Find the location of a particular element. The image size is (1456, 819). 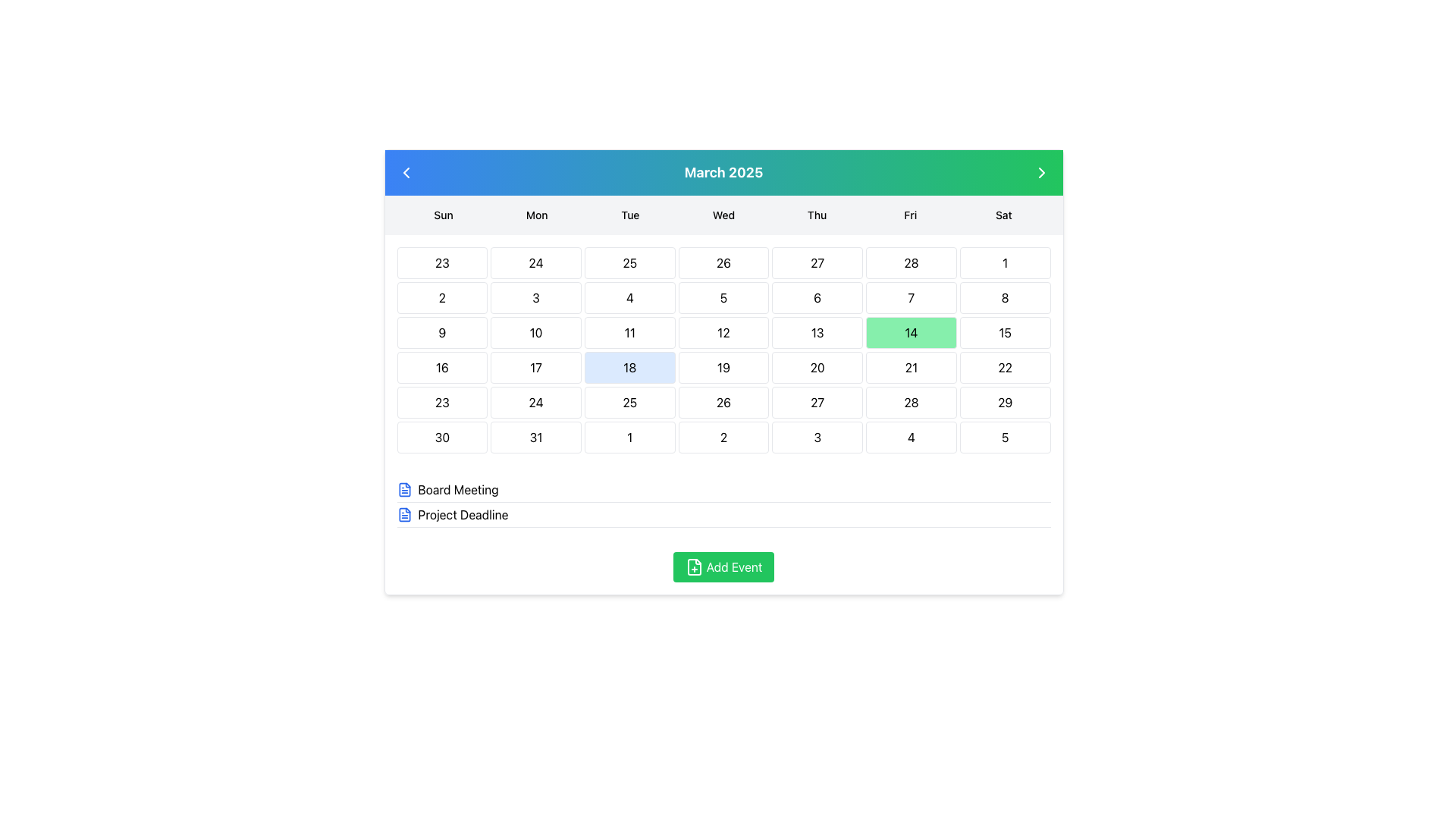

the button-like interactive calendar cell displaying the number '3' is located at coordinates (817, 438).